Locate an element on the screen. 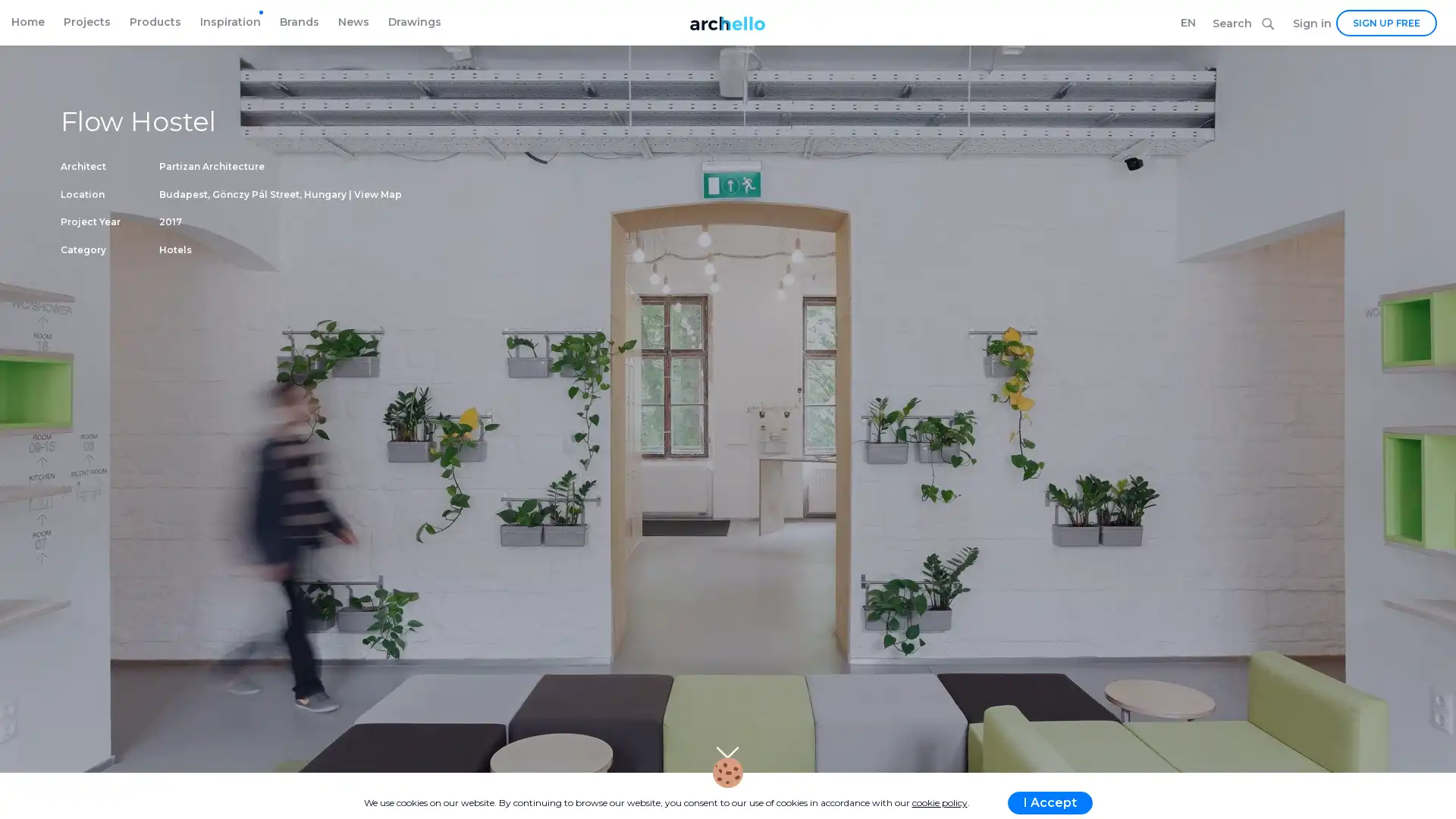  EN is located at coordinates (1187, 23).